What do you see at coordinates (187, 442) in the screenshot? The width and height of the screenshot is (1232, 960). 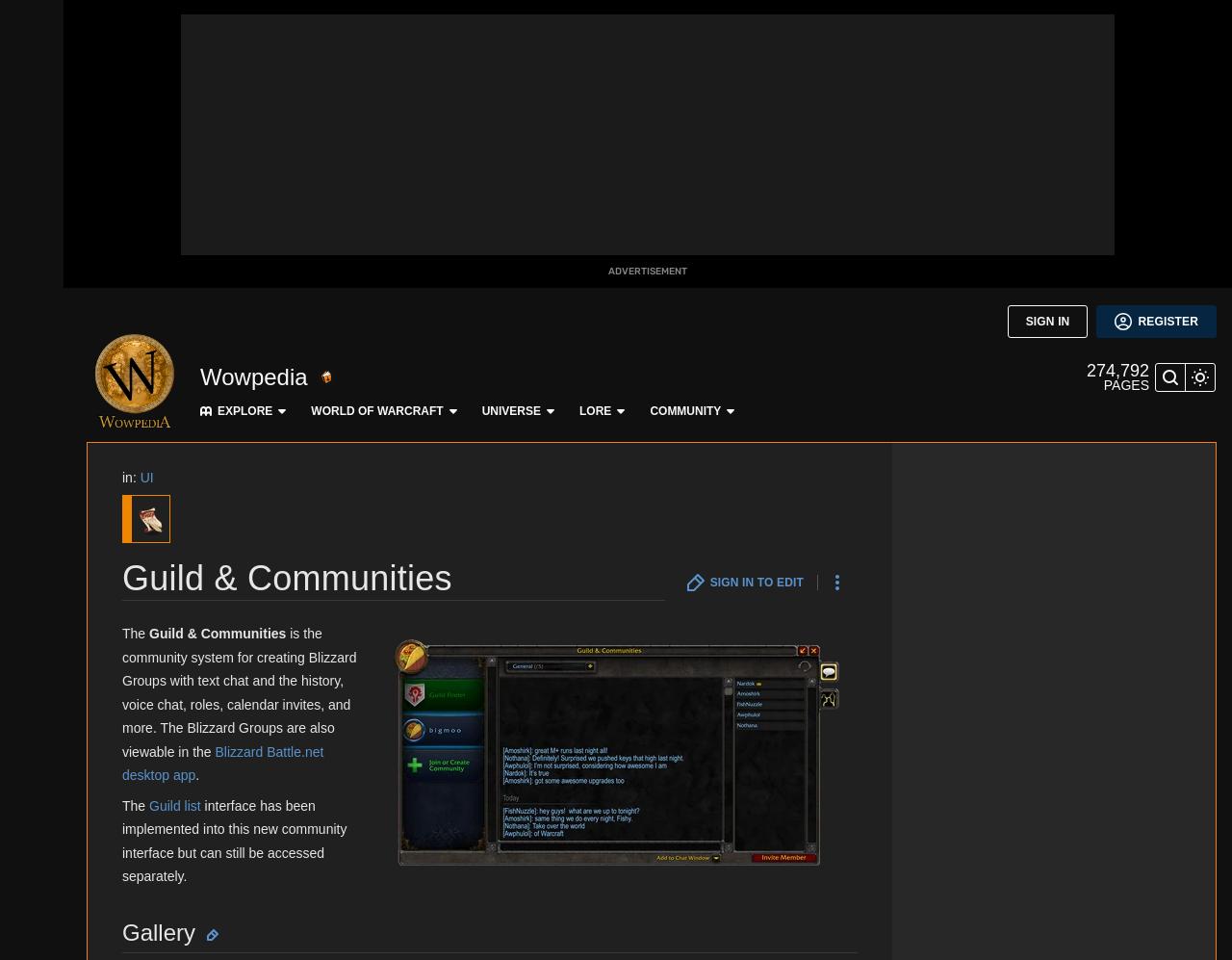 I see `'More Fandoms'` at bounding box center [187, 442].